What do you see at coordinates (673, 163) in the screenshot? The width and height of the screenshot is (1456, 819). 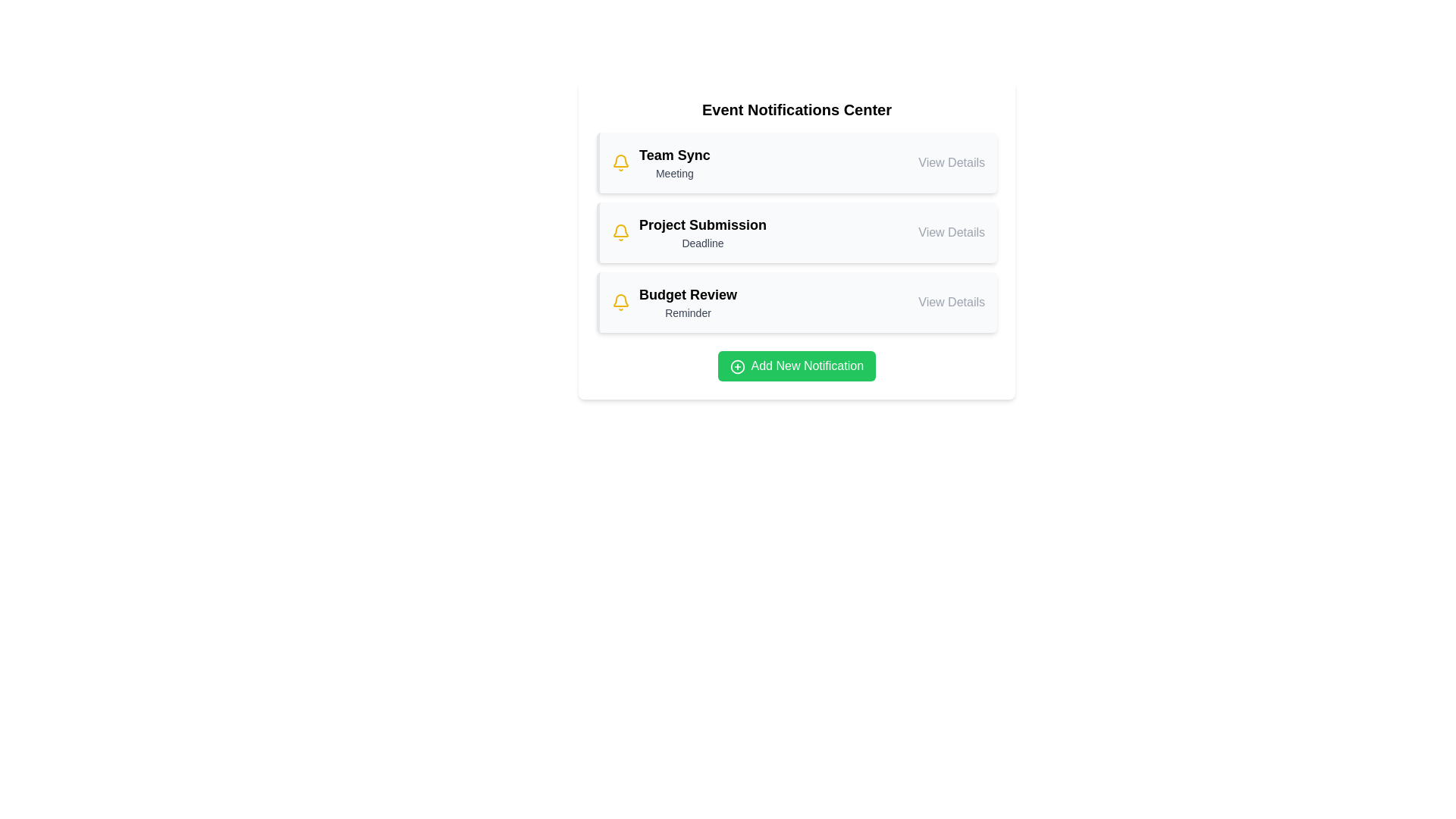 I see `the text block that displays the title 'Team Sync' and additional information 'Meeting', located within the first notification item under 'Event Notifications Center', to the right of the bell icon and above the 'View Details' button` at bounding box center [673, 163].